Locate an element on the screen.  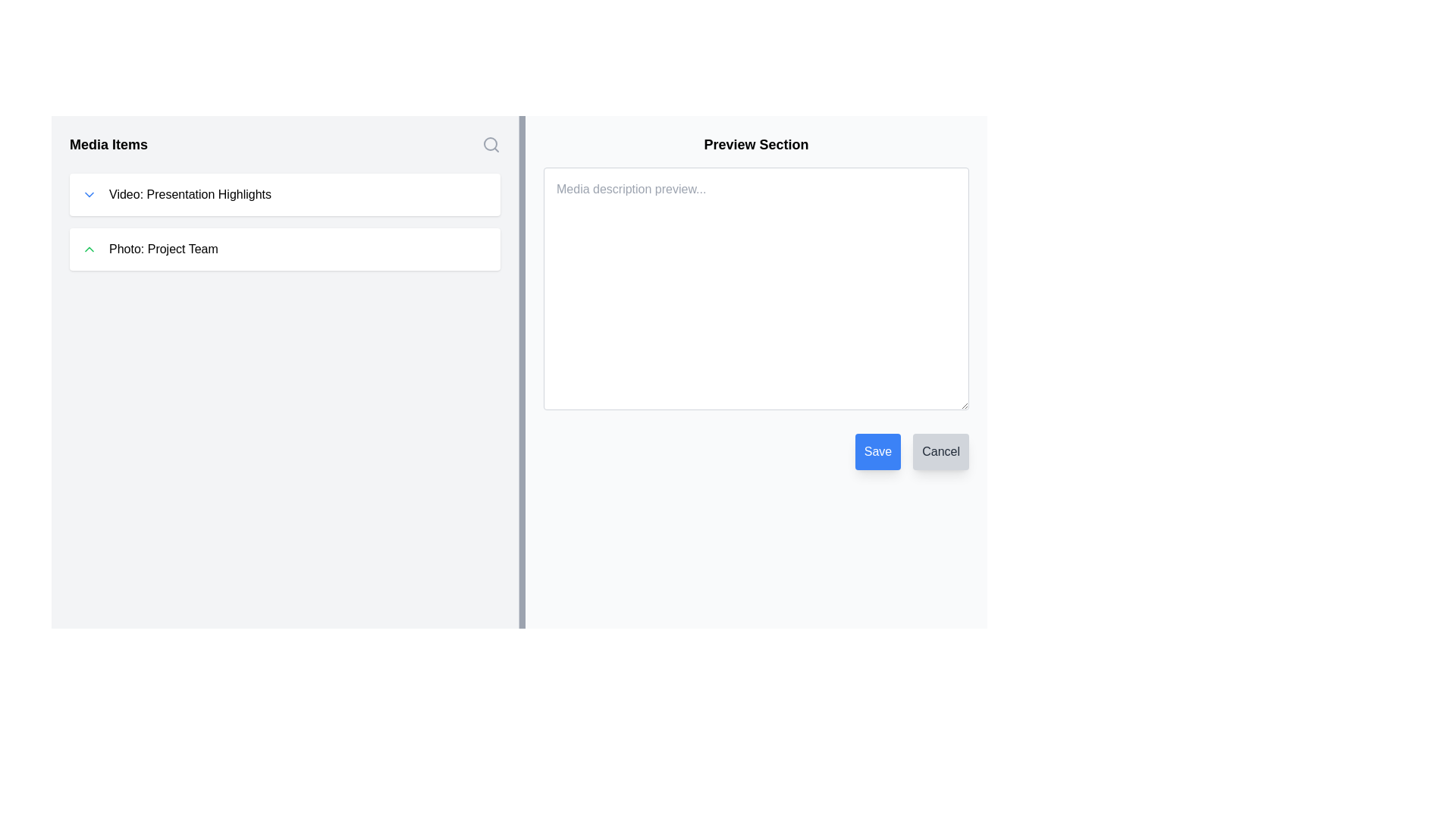
the cancel button located at the bottom right corner of the view, which is the second button to the right of the 'Save' button is located at coordinates (940, 451).